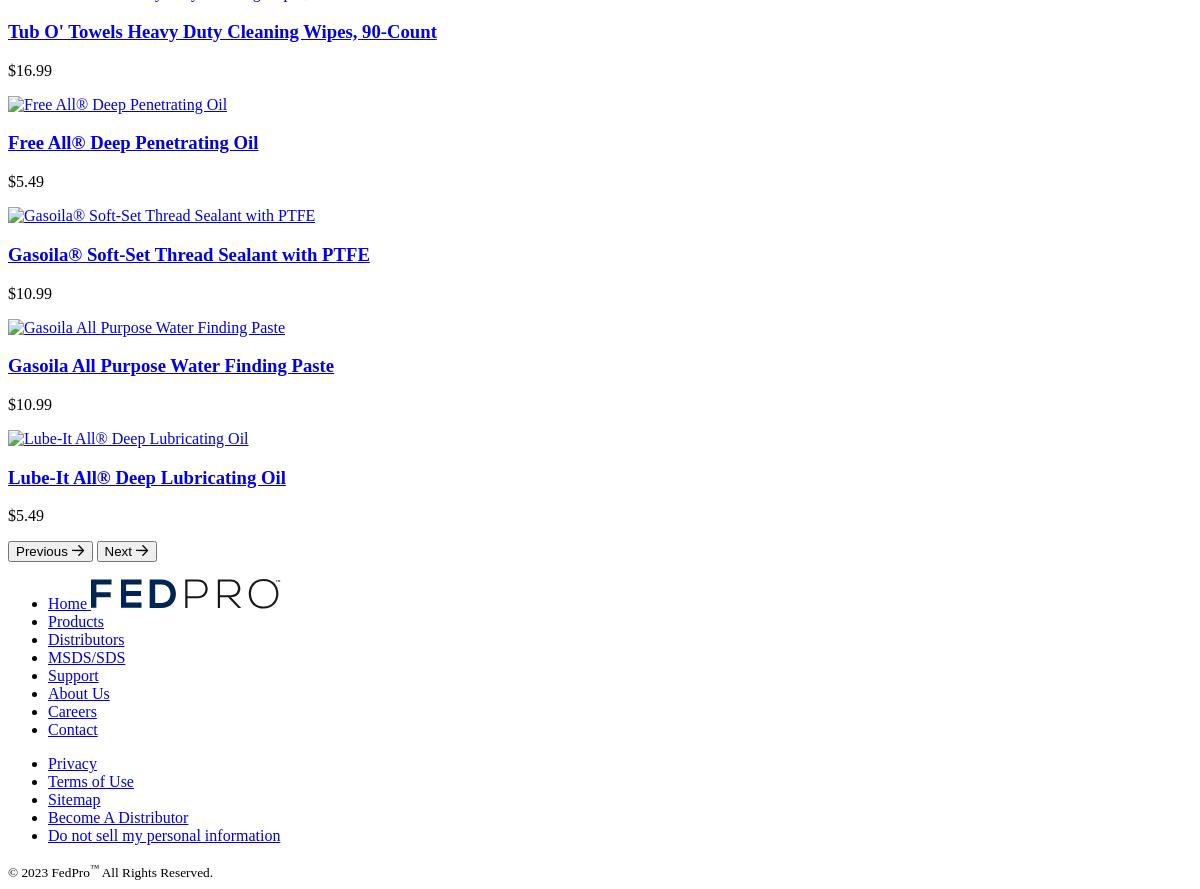 The width and height of the screenshot is (1200, 889). What do you see at coordinates (86, 639) in the screenshot?
I see `'Distributors'` at bounding box center [86, 639].